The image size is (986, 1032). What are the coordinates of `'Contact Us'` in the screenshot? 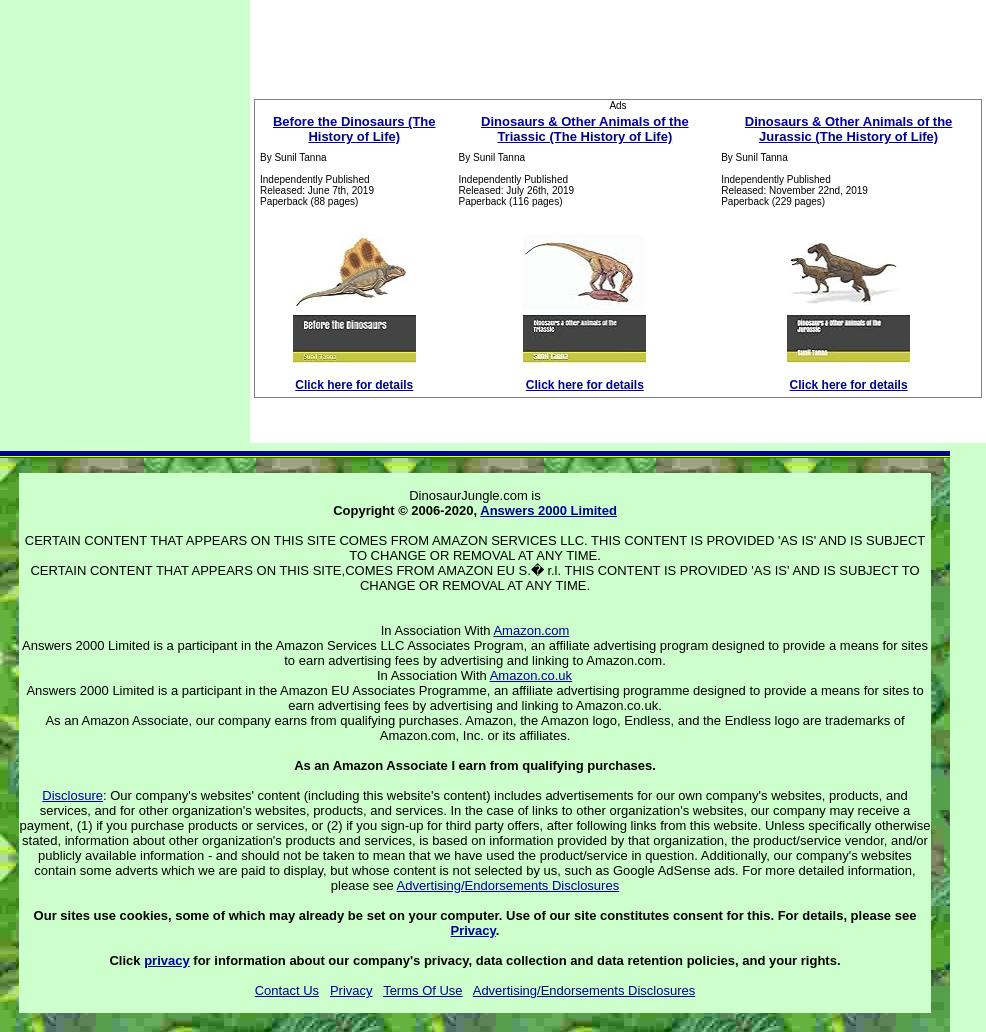 It's located at (286, 989).